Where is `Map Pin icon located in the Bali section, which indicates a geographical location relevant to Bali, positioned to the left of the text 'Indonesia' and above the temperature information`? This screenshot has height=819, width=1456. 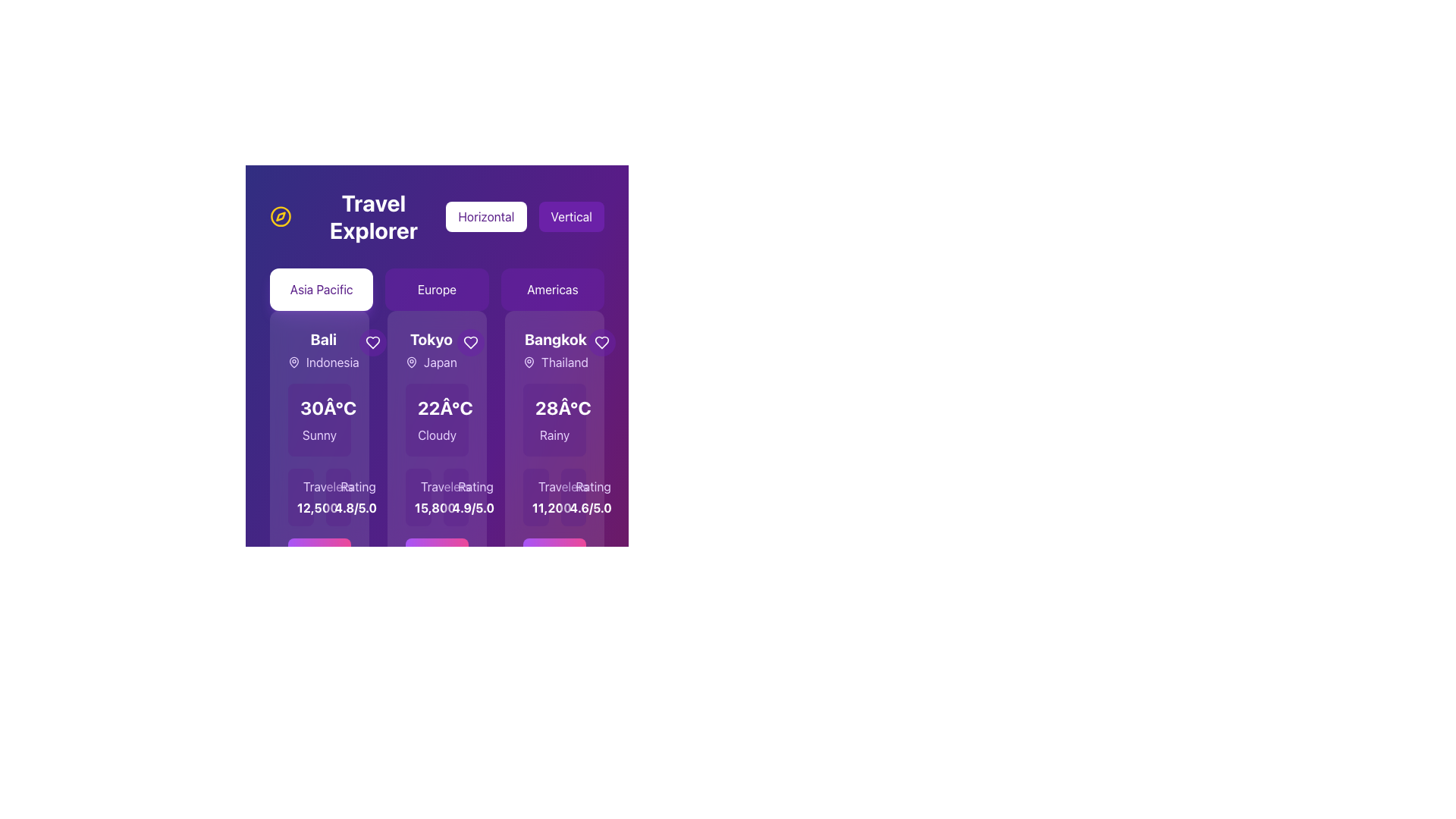
Map Pin icon located in the Bali section, which indicates a geographical location relevant to Bali, positioned to the left of the text 'Indonesia' and above the temperature information is located at coordinates (294, 362).